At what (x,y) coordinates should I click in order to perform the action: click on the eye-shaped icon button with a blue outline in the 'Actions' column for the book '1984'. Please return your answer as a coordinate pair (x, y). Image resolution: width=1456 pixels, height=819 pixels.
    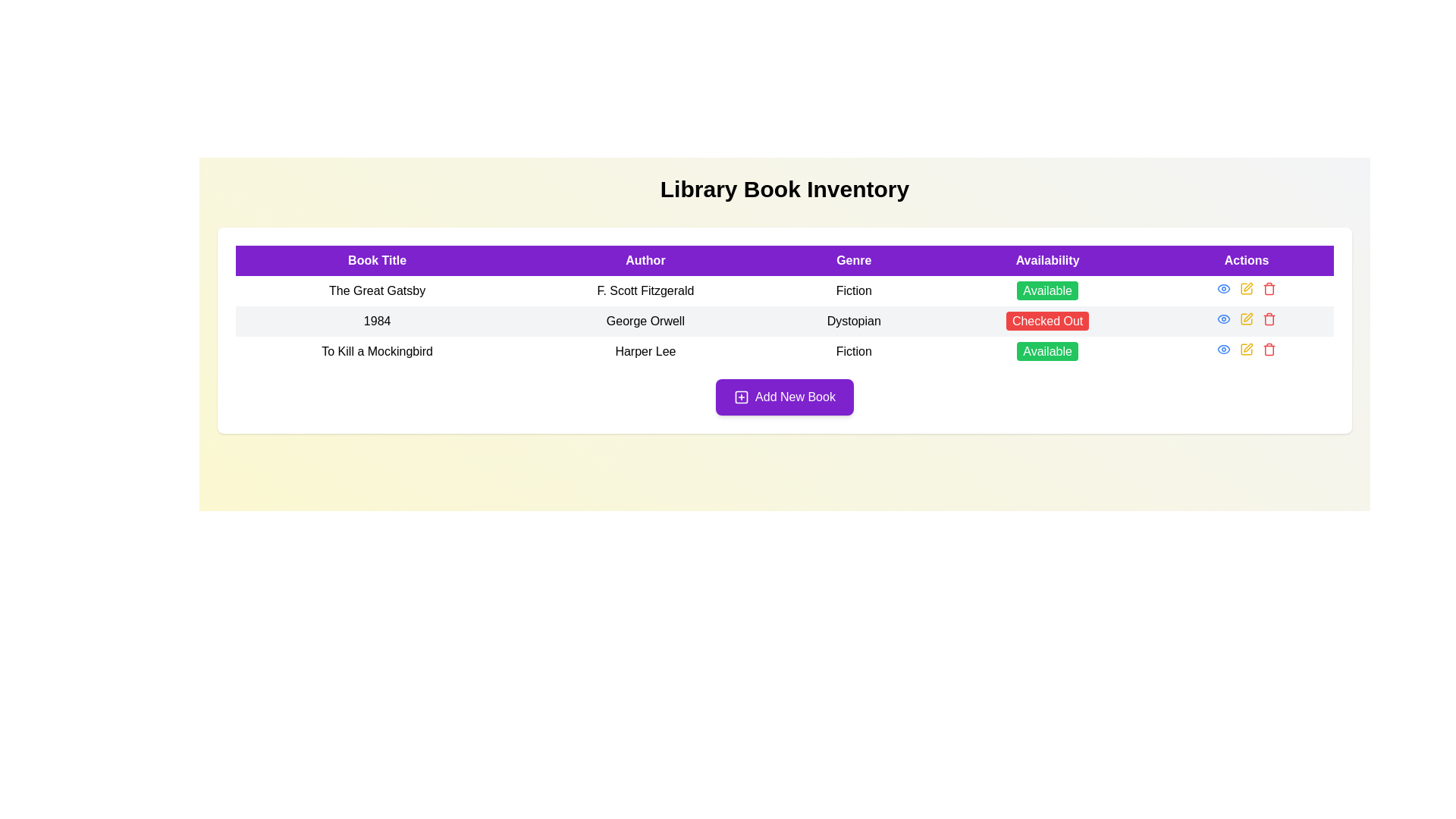
    Looking at the image, I should click on (1224, 350).